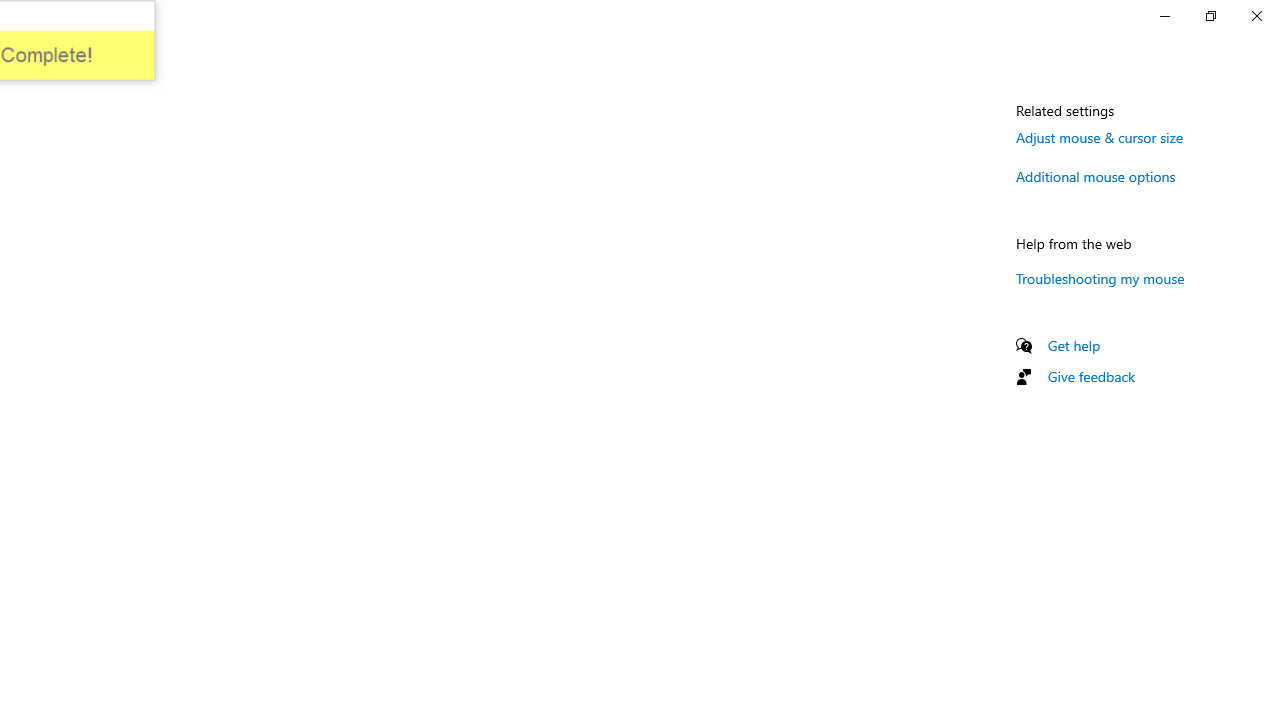  I want to click on 'Adjust mouse & cursor size', so click(1099, 136).